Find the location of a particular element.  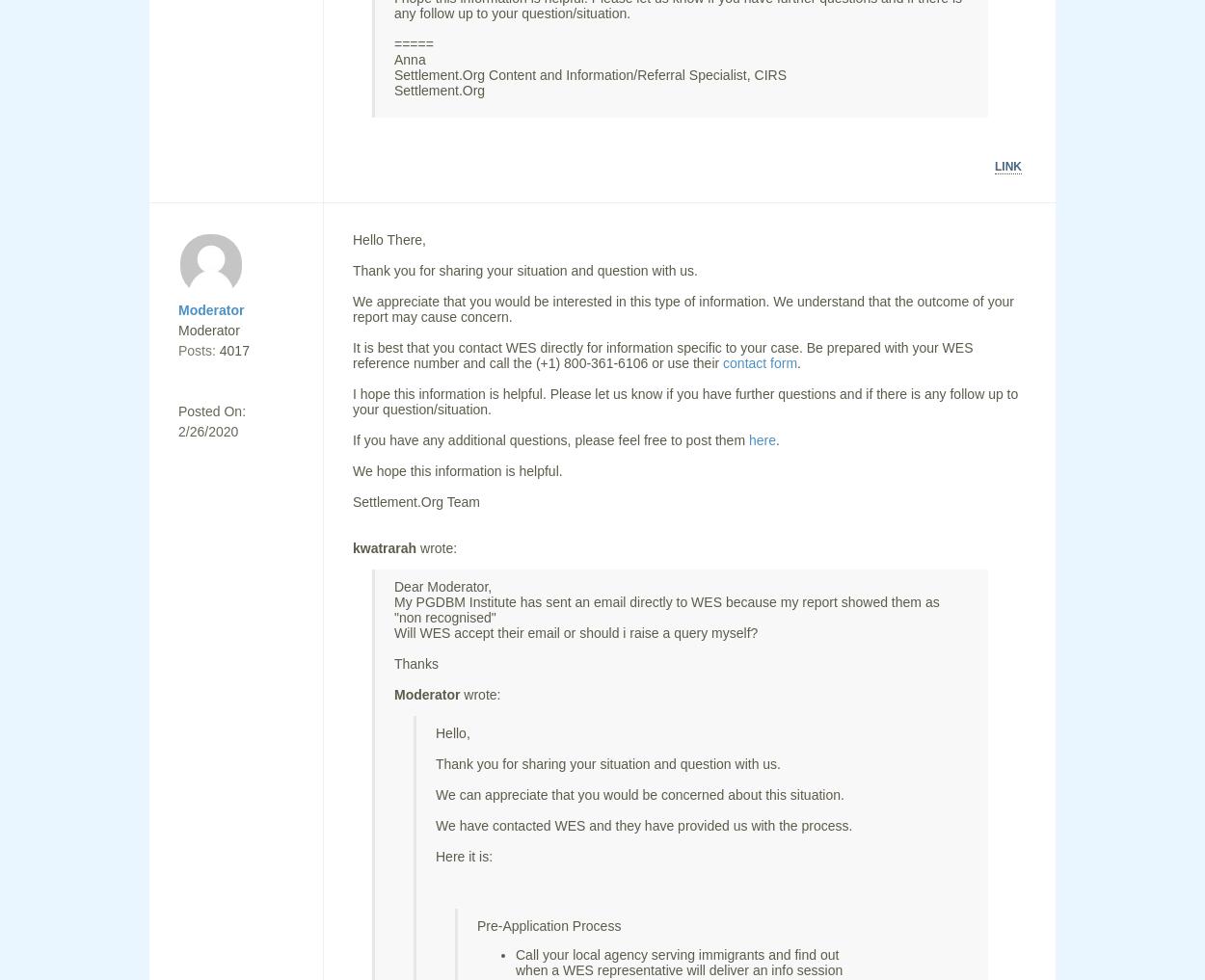

'If you have any additional questions, please feel free to post them' is located at coordinates (549, 439).